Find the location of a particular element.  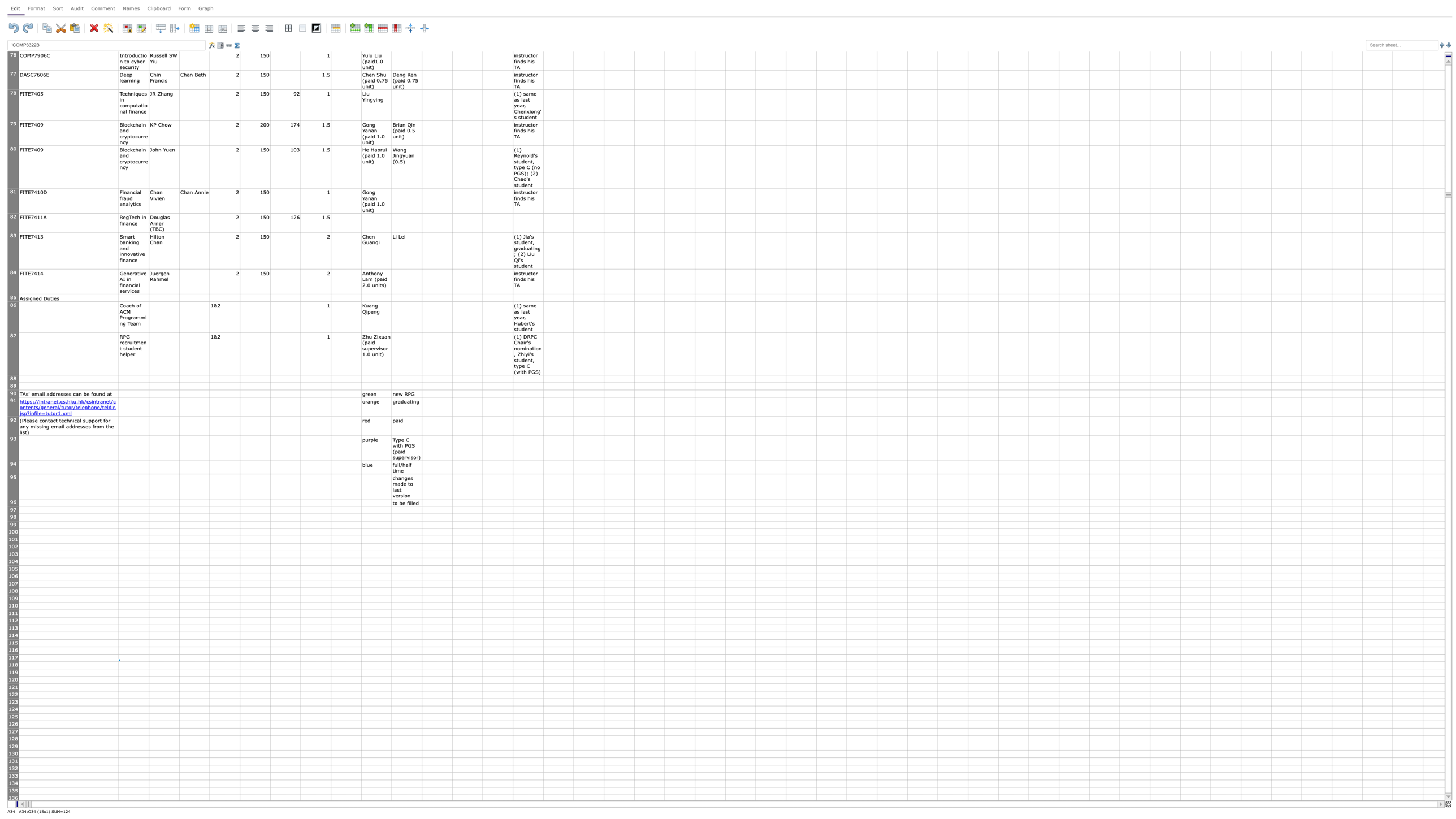

row 117 is located at coordinates (13, 657).